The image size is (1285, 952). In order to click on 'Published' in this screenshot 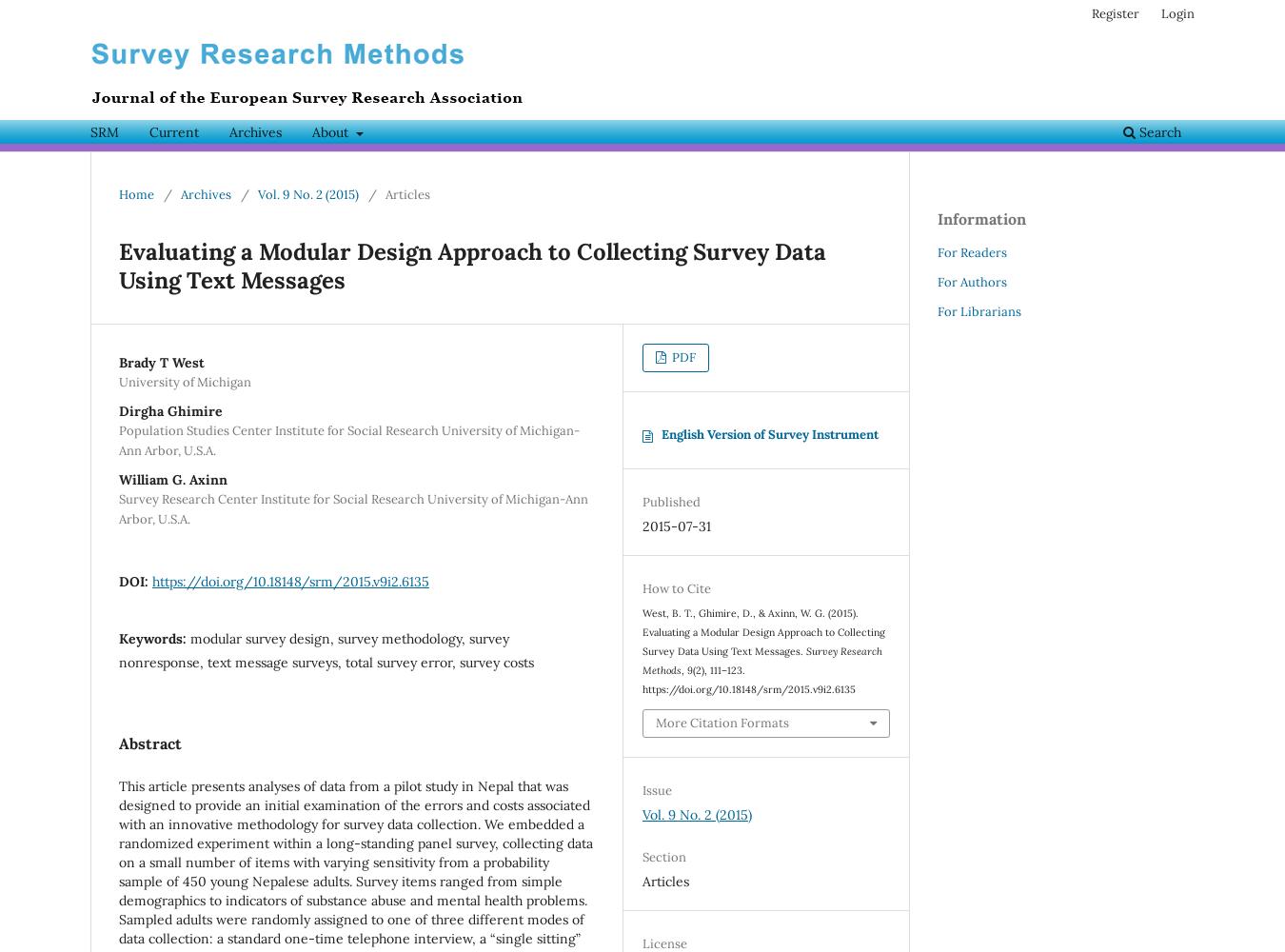, I will do `click(642, 502)`.